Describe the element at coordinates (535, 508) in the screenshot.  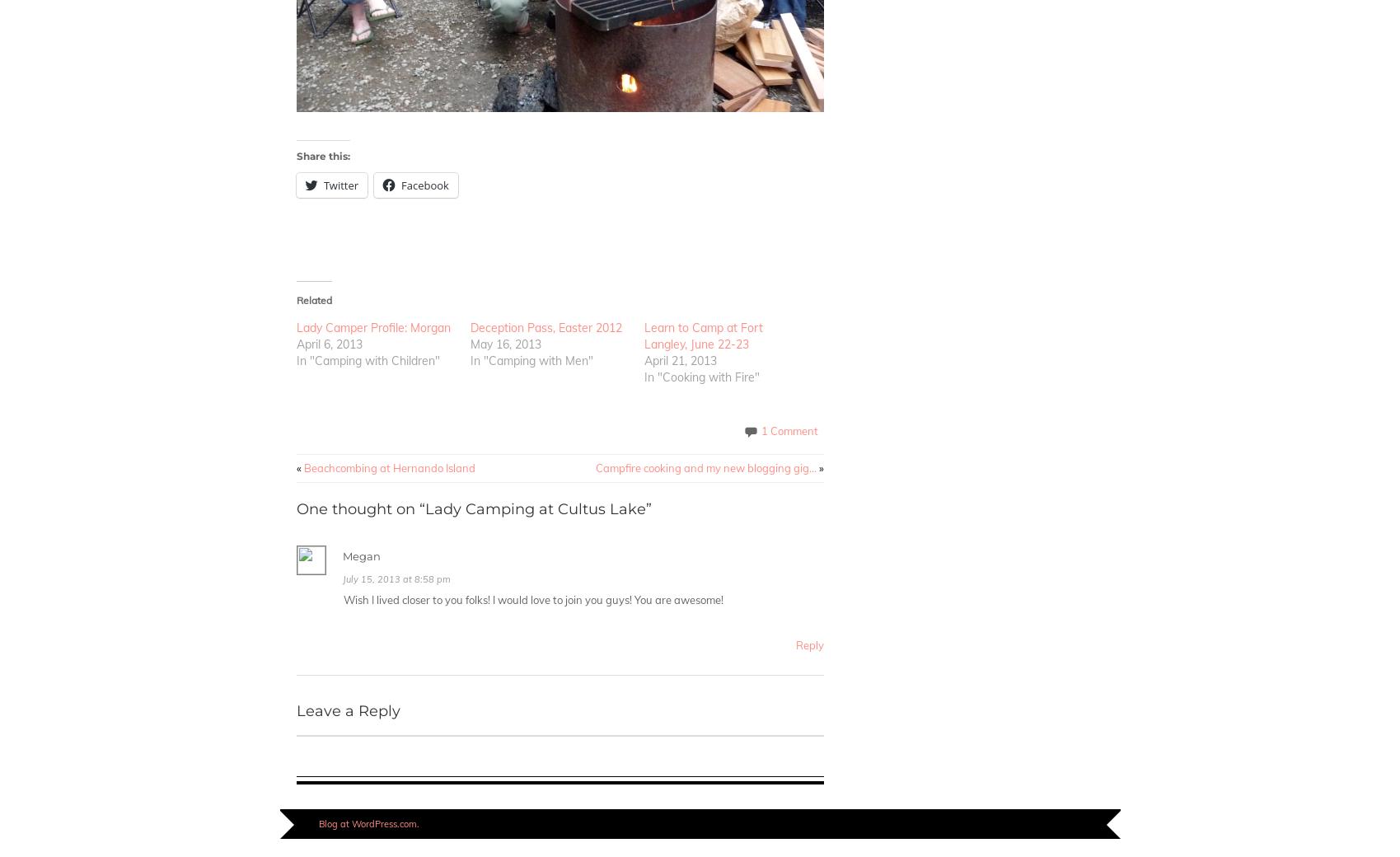
I see `'Lady Camping at Cultus Lake'` at that location.